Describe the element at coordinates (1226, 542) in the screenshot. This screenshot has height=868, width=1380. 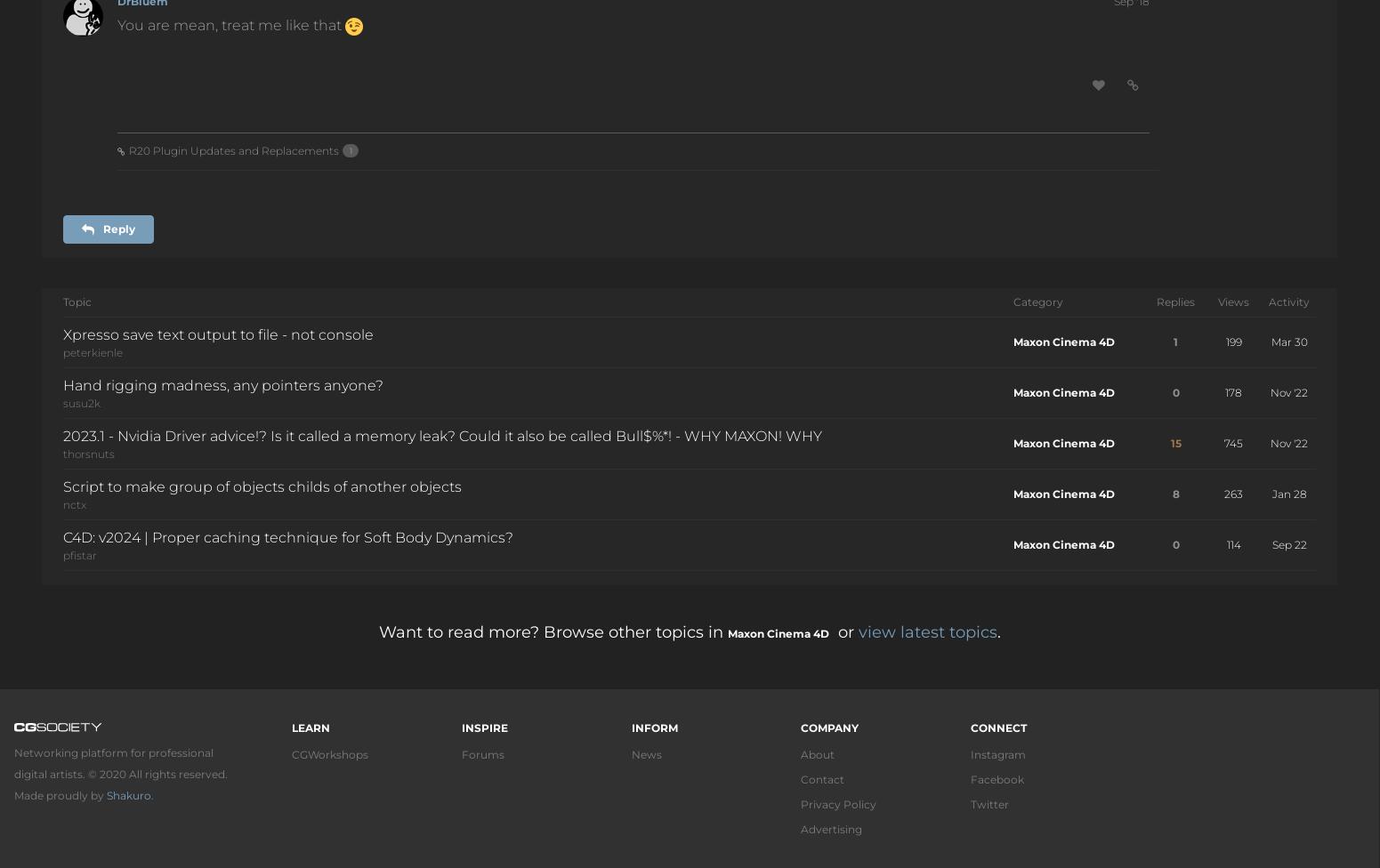
I see `'114'` at that location.